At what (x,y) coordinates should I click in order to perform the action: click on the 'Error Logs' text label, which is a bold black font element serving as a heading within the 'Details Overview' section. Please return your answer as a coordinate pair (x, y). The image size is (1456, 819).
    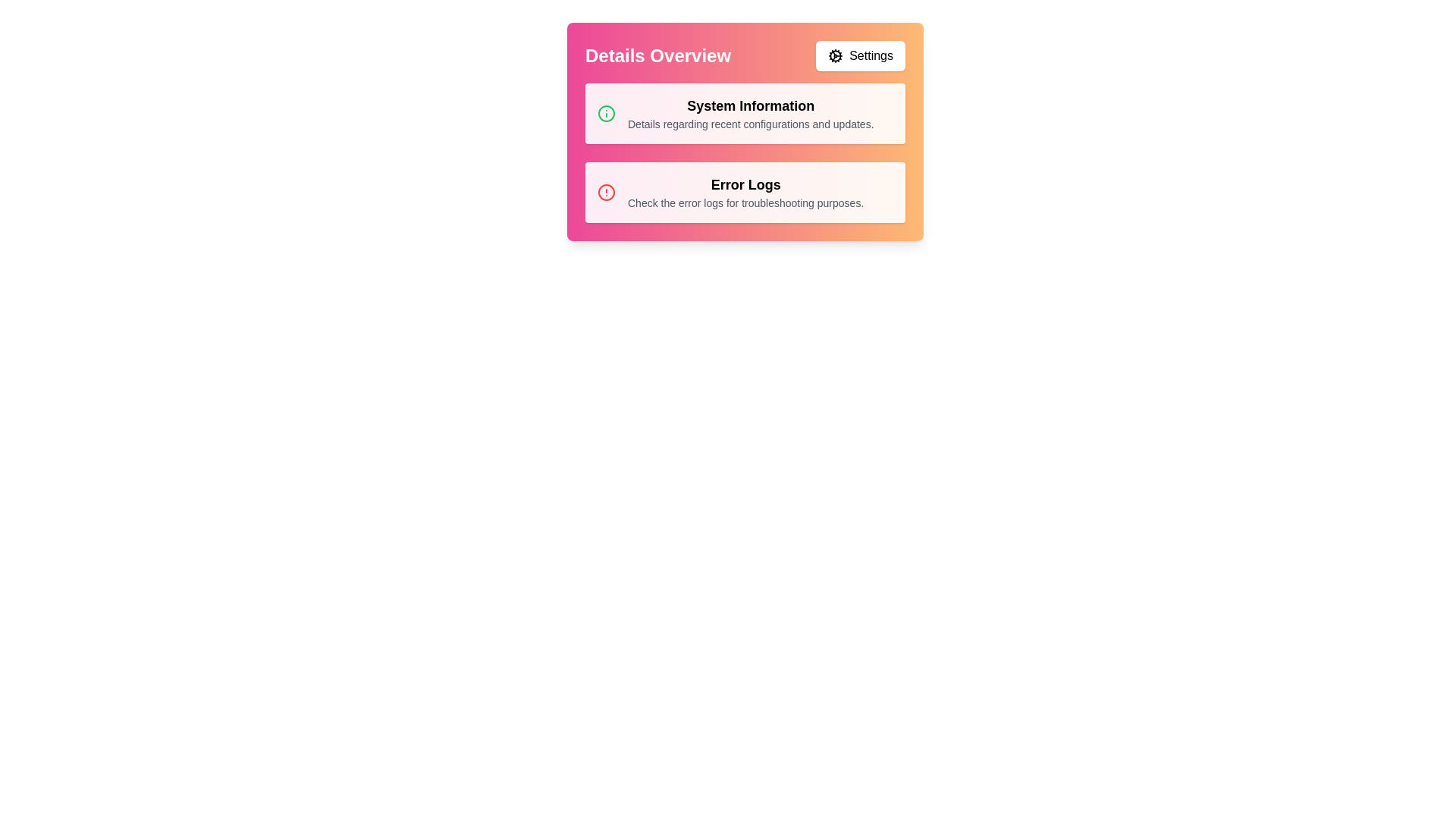
    Looking at the image, I should click on (745, 184).